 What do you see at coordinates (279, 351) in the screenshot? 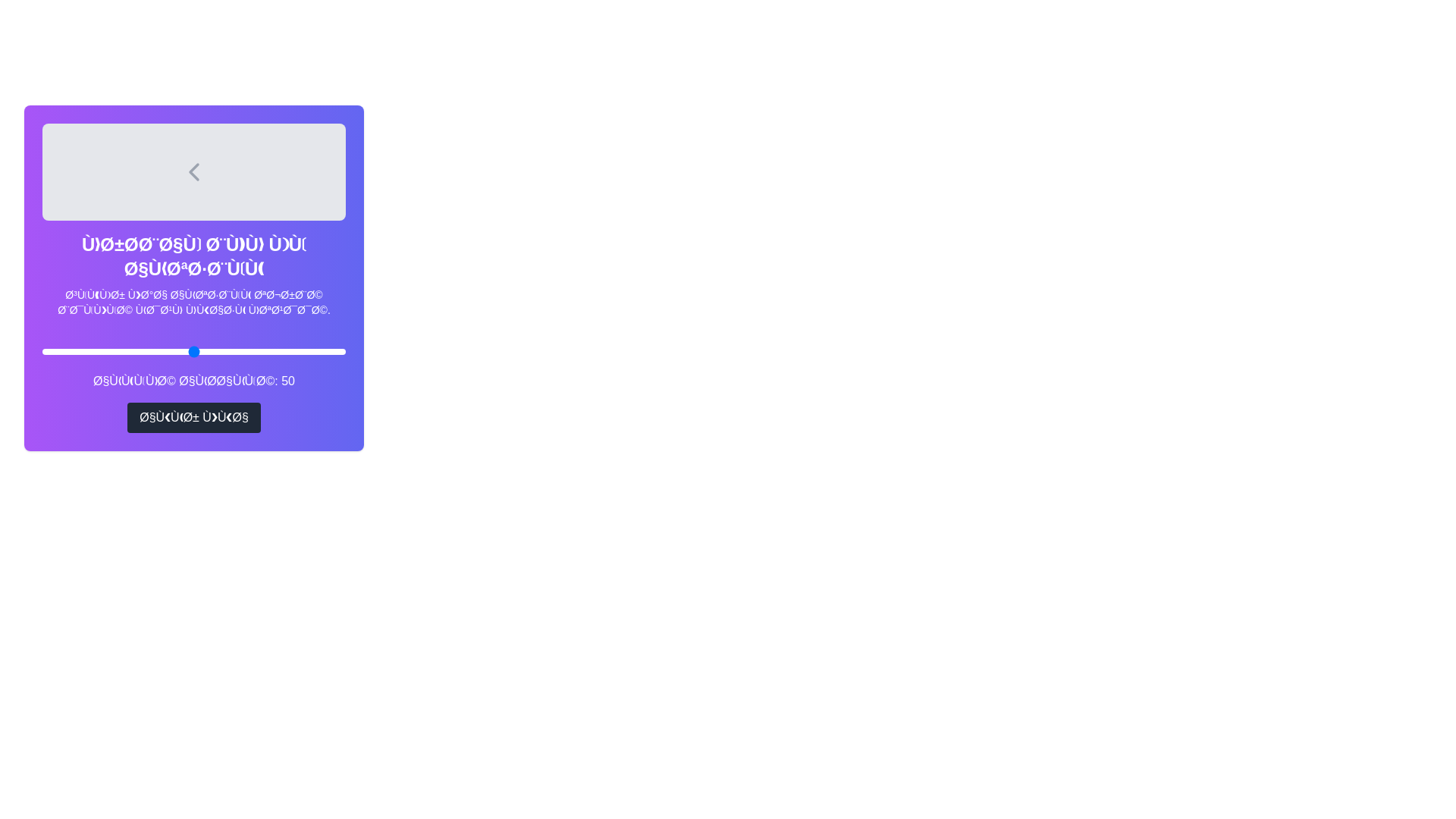
I see `the slider value` at bounding box center [279, 351].